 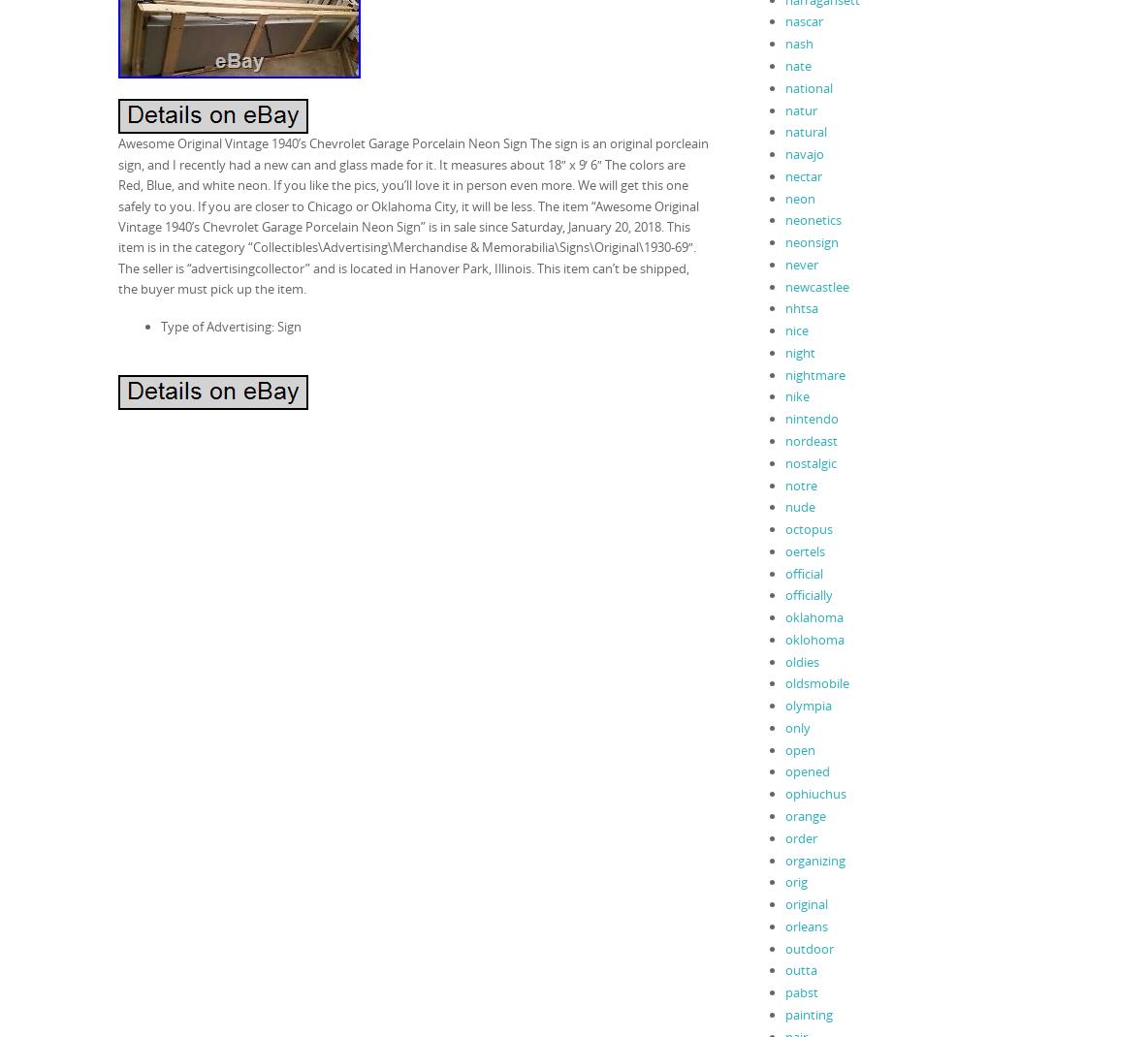 What do you see at coordinates (799, 351) in the screenshot?
I see `'night'` at bounding box center [799, 351].